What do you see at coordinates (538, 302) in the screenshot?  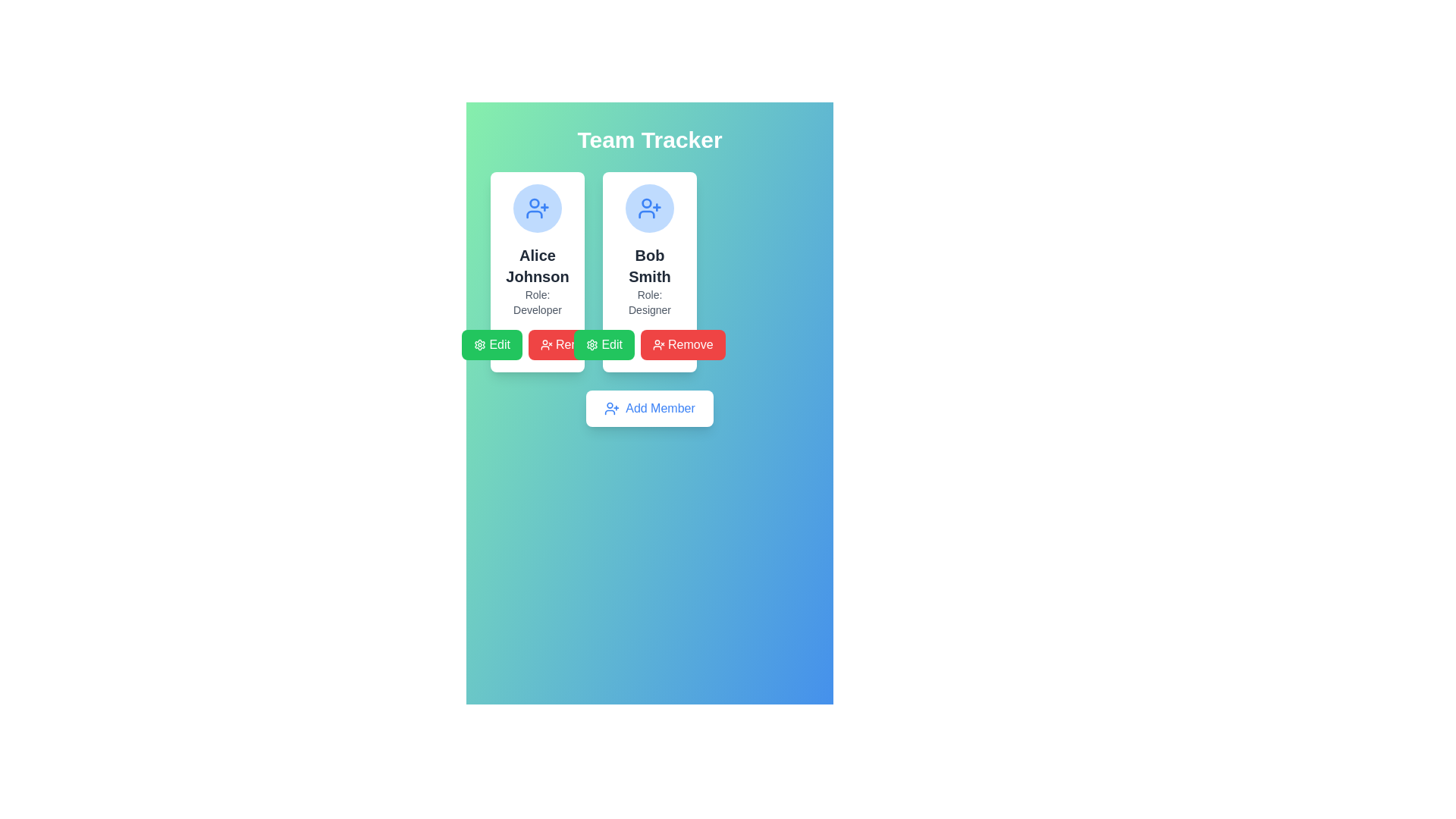 I see `the text display element containing 'Role:' and 'Developer', located below 'Alice Johnson' and above the buttons section` at bounding box center [538, 302].